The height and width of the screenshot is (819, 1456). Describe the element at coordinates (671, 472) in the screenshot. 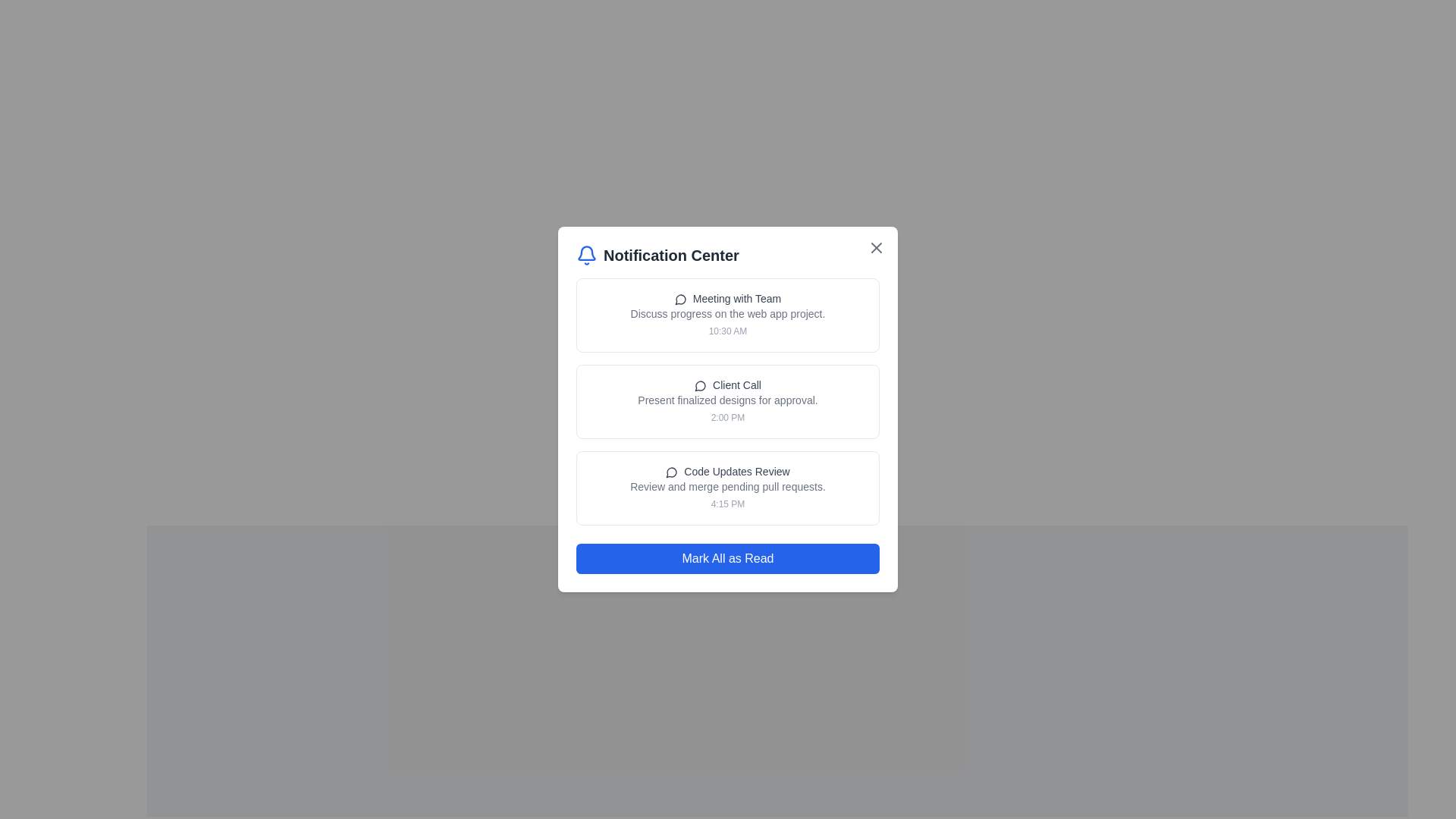

I see `the communication notification icon located to the left of the text 'Code Updates Review'` at that location.